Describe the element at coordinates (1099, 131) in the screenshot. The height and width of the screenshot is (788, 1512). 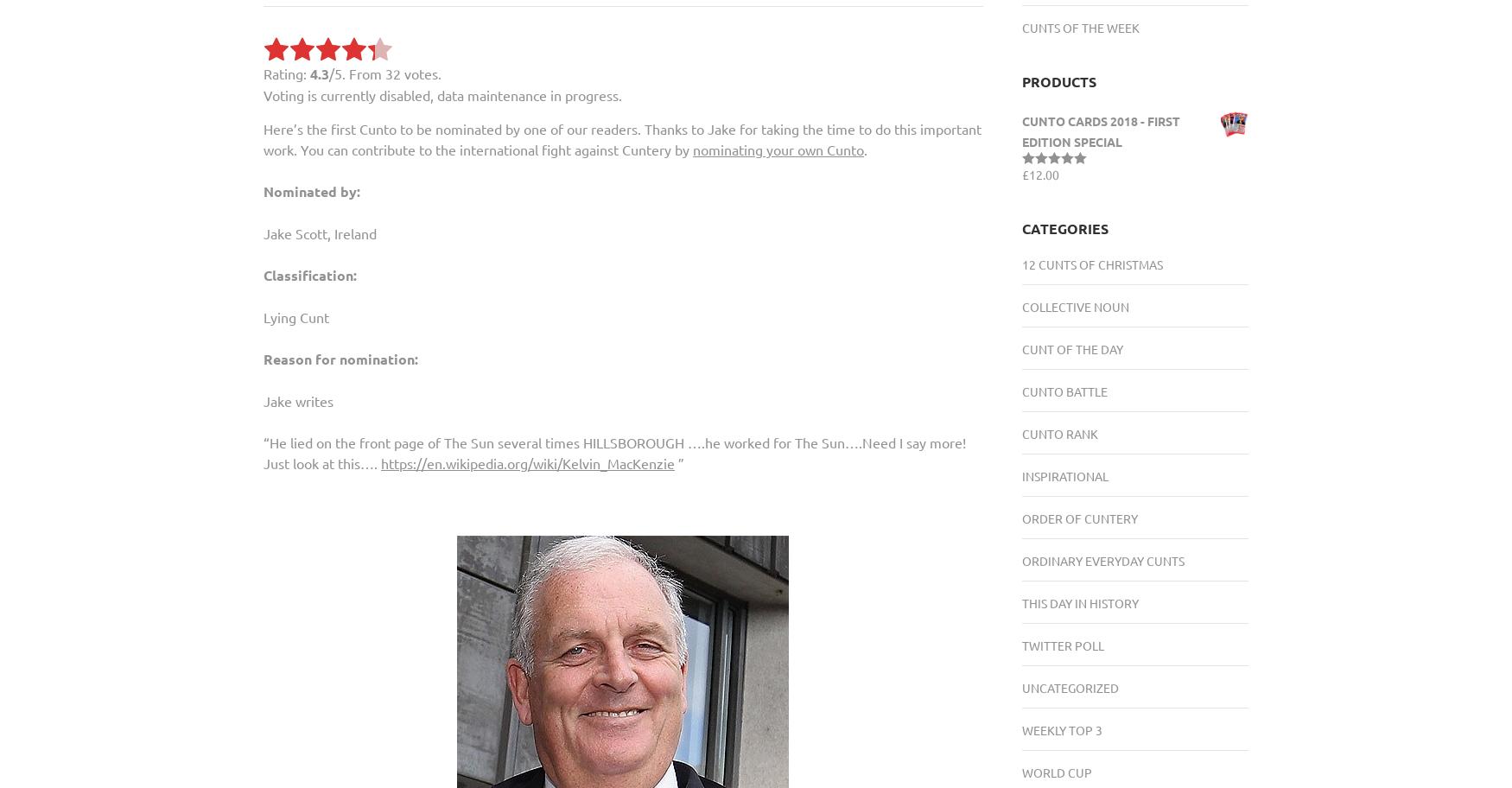
I see `'Cunto Cards 2018 - FIRST EDITION SPECIAL'` at that location.